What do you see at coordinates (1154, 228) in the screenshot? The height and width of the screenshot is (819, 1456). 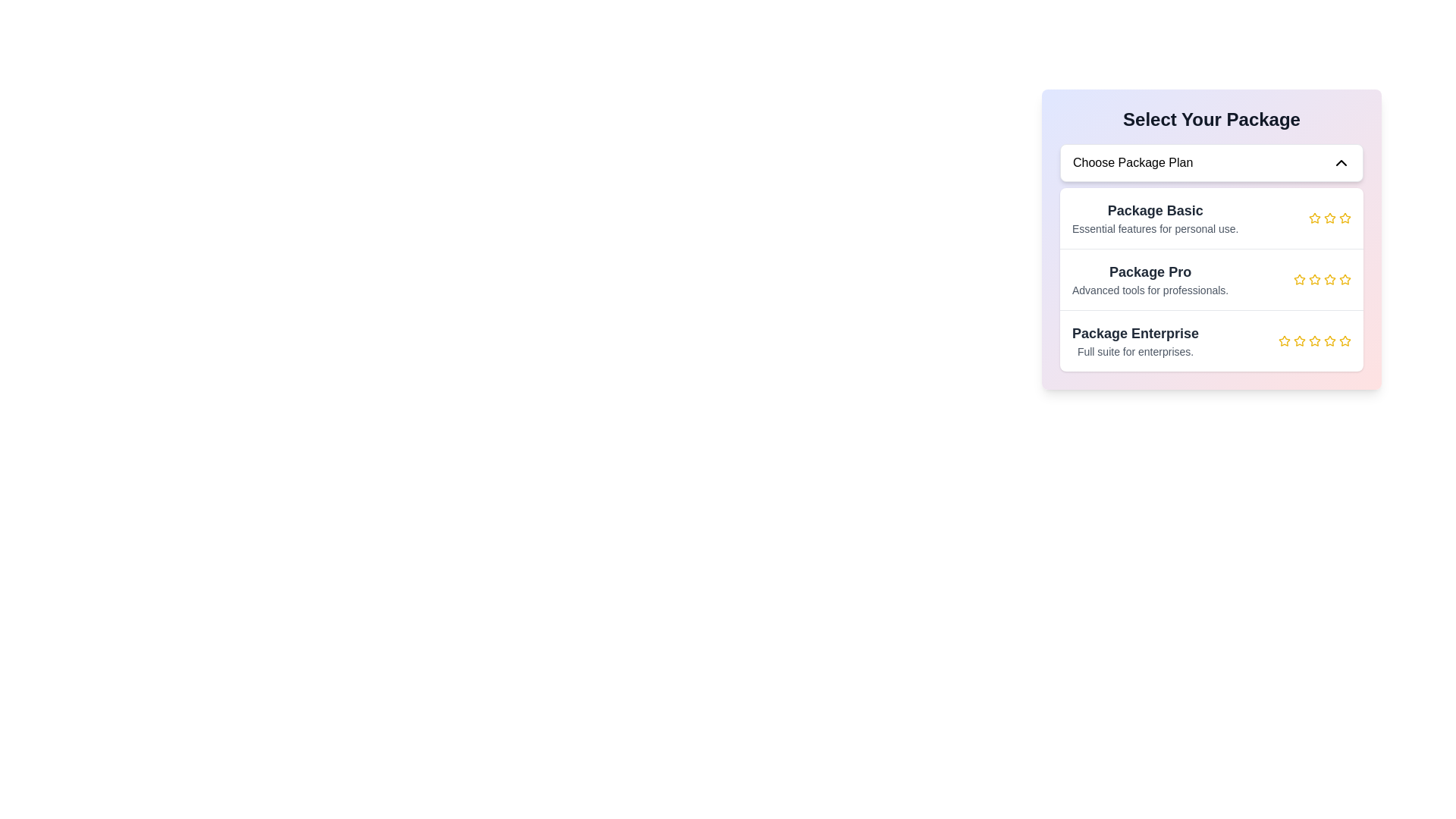 I see `the text displaying 'Essential features for personal use.' located below the 'Package Basic' title in the packages section` at bounding box center [1154, 228].